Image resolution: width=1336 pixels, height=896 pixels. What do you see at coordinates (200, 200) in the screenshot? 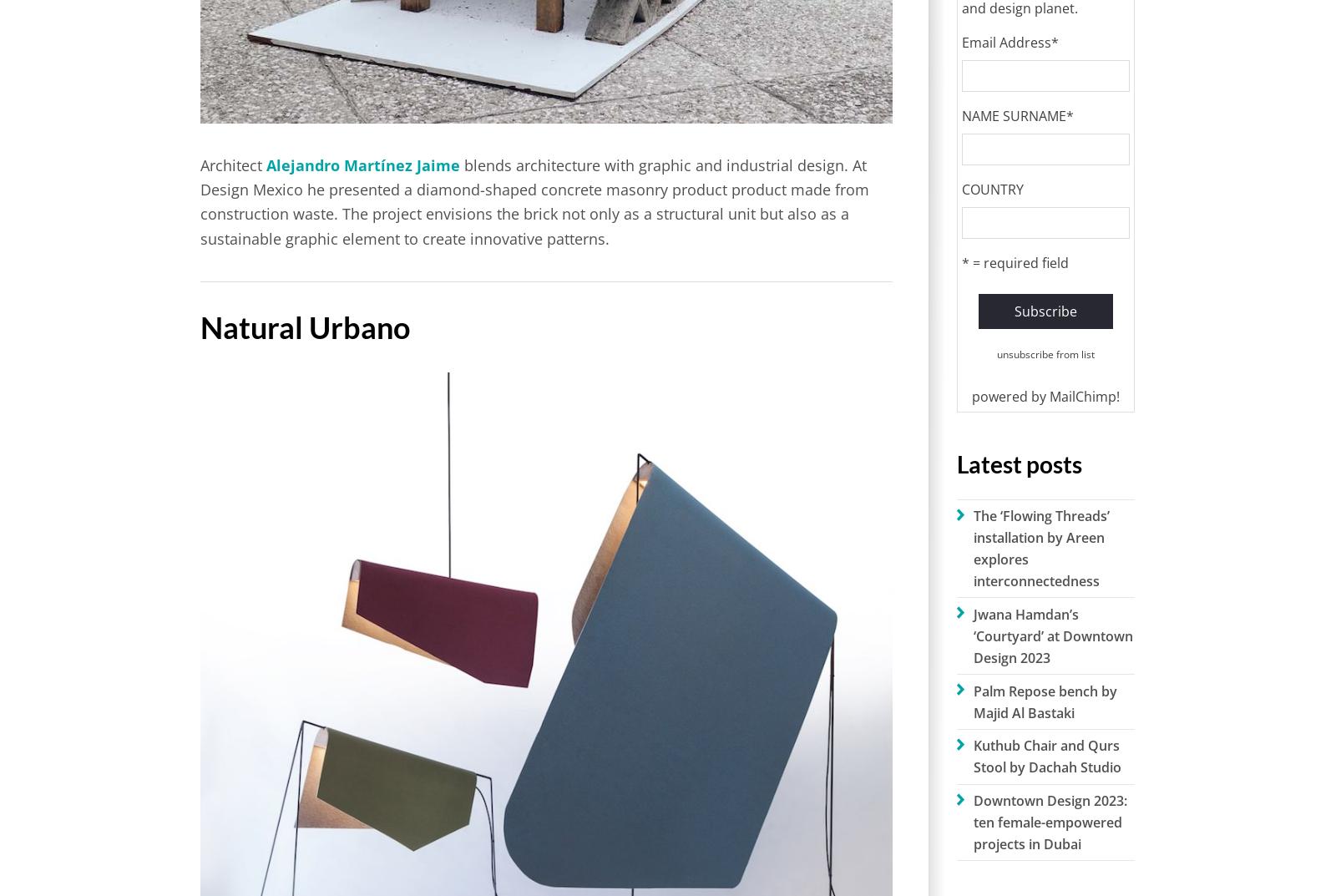
I see `'blends architecture with graphic and industrial design. At Design Mexico he presented a diamond-shaped concrete masonry product product made from construction waste. The project envisions the brick not only as a structural unit but also as a sustainable graphic element to create innovative patterns.'` at bounding box center [200, 200].